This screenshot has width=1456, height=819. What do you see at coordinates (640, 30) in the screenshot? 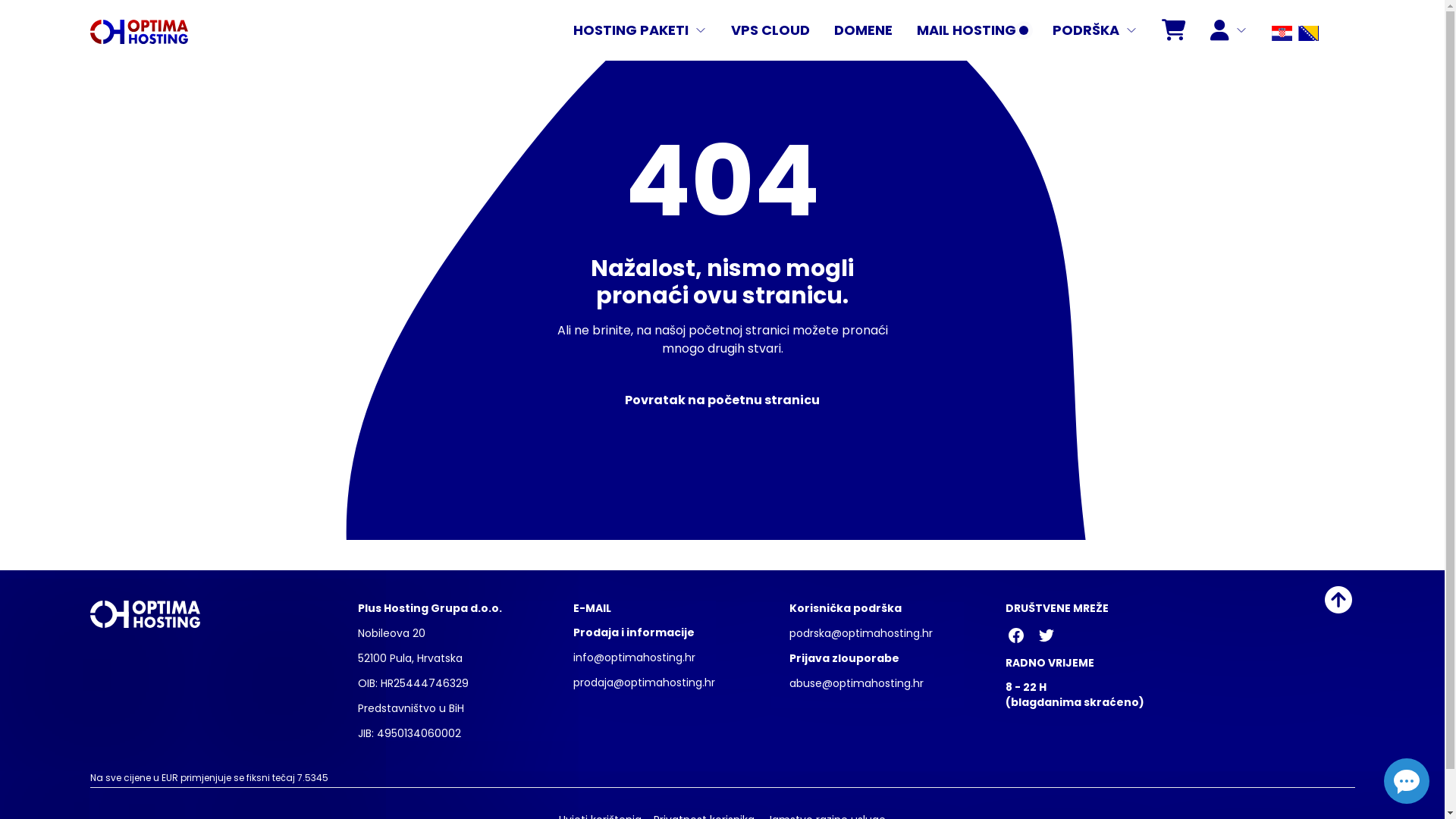
I see `'HOSTING PAKETI'` at bounding box center [640, 30].